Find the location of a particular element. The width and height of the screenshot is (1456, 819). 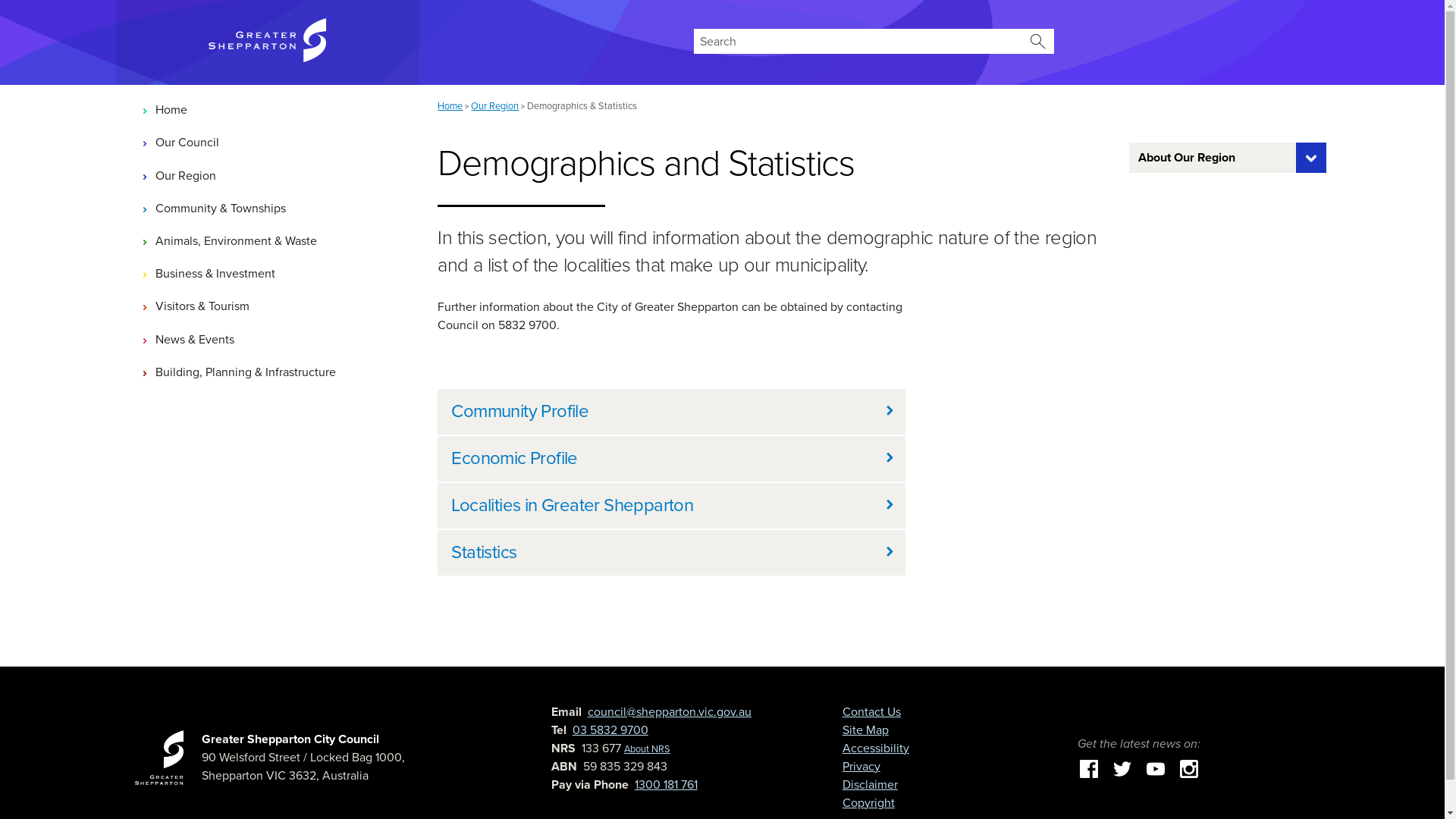

'Our Region' is located at coordinates (268, 174).